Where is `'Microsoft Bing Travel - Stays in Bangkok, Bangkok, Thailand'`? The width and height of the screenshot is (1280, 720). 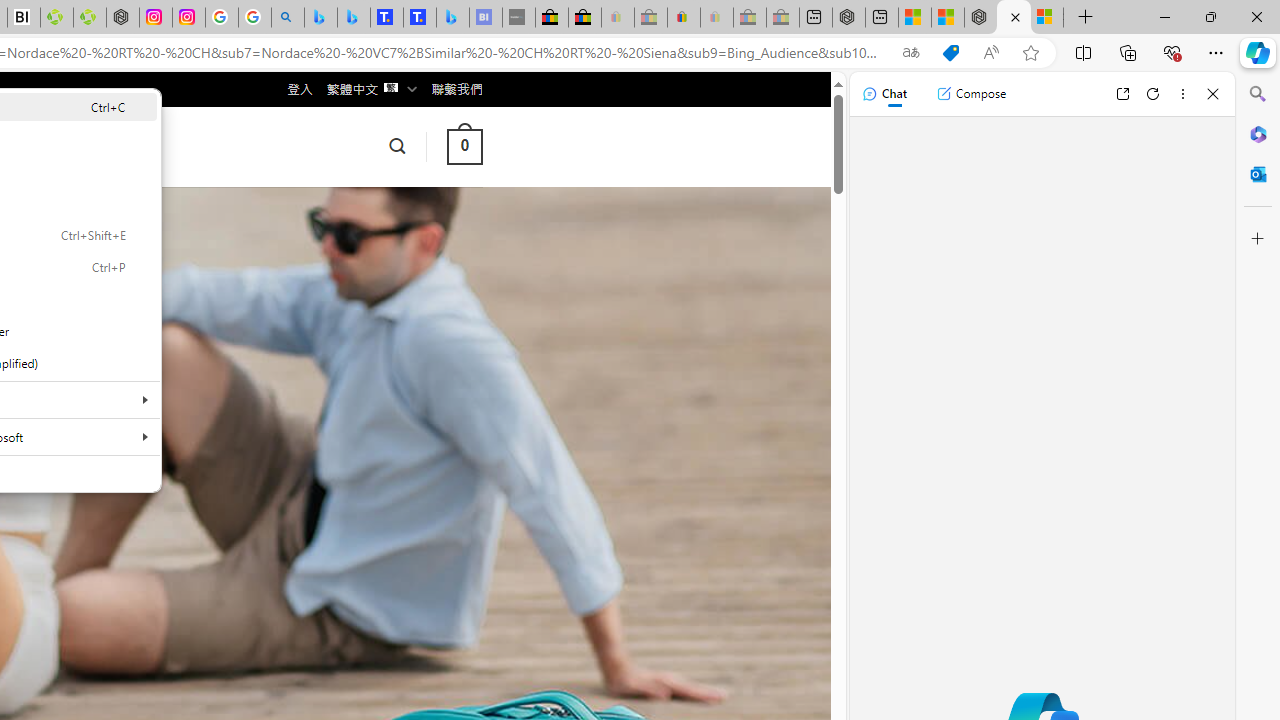
'Microsoft Bing Travel - Stays in Bangkok, Bangkok, Thailand' is located at coordinates (353, 17).